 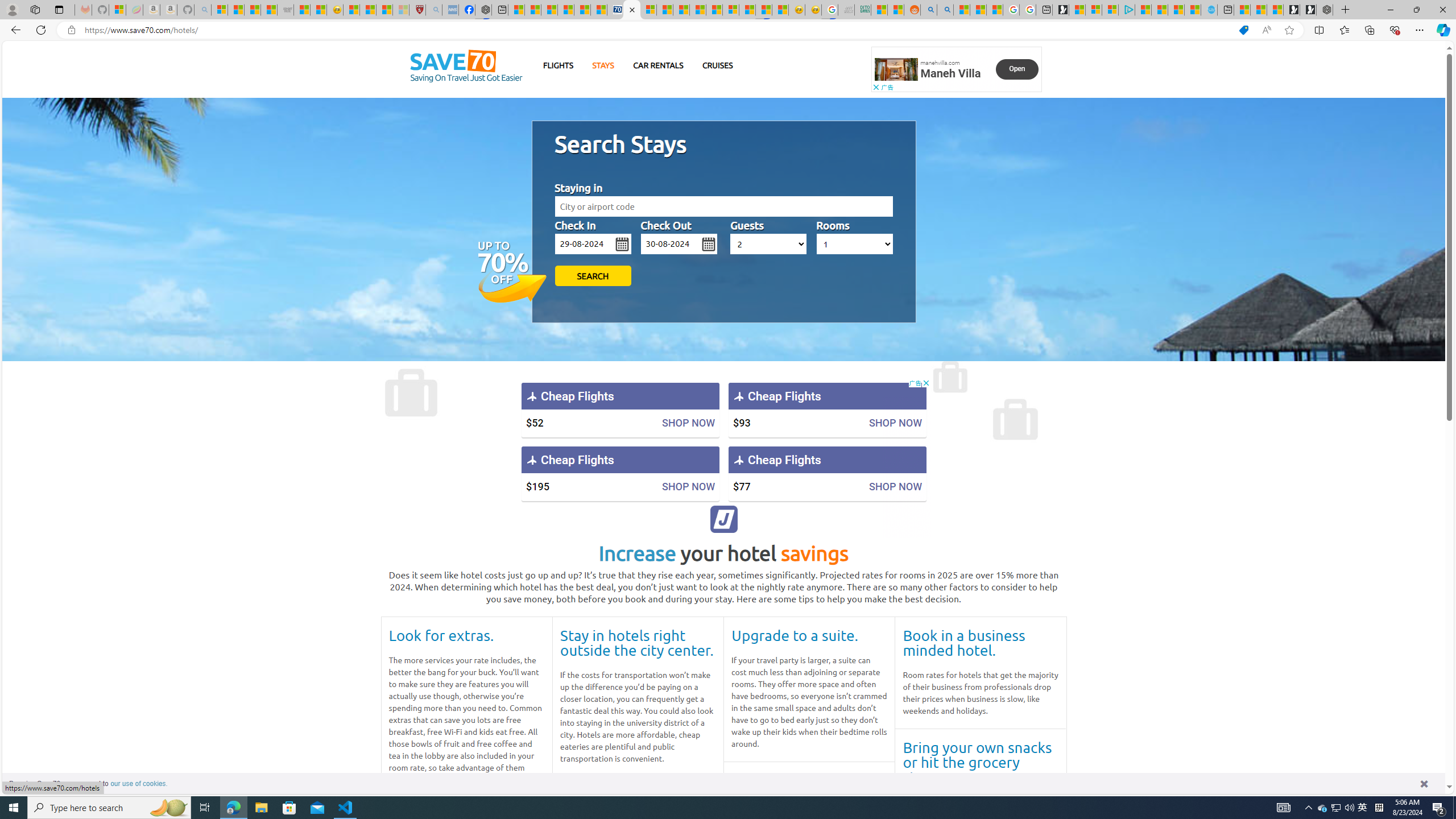 What do you see at coordinates (658, 65) in the screenshot?
I see `'CAR RENTALS'` at bounding box center [658, 65].